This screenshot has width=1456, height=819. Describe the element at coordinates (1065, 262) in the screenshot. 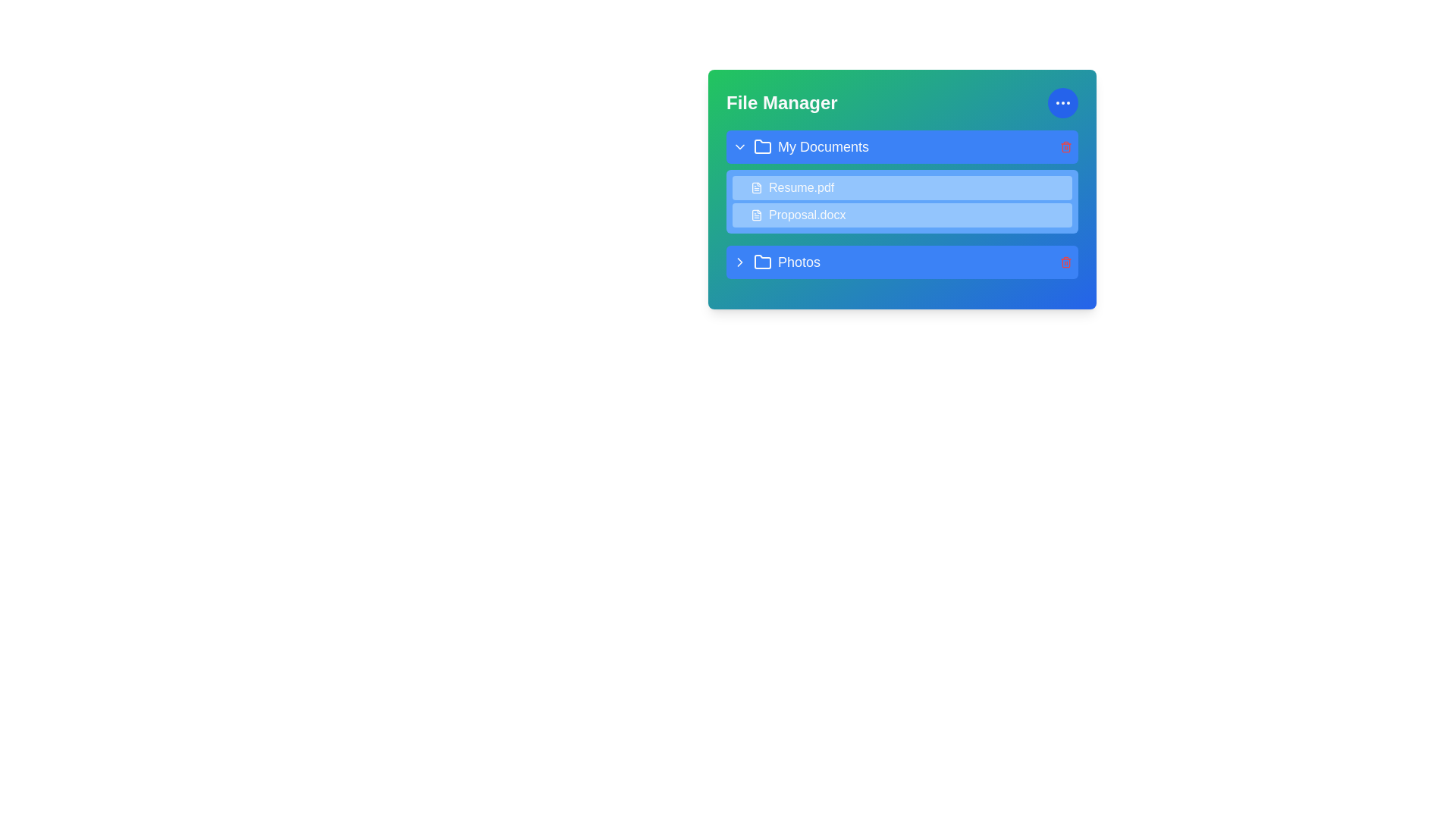

I see `the delete icon for the 'Photos' section, which is the second trash bin icon from the top` at that location.